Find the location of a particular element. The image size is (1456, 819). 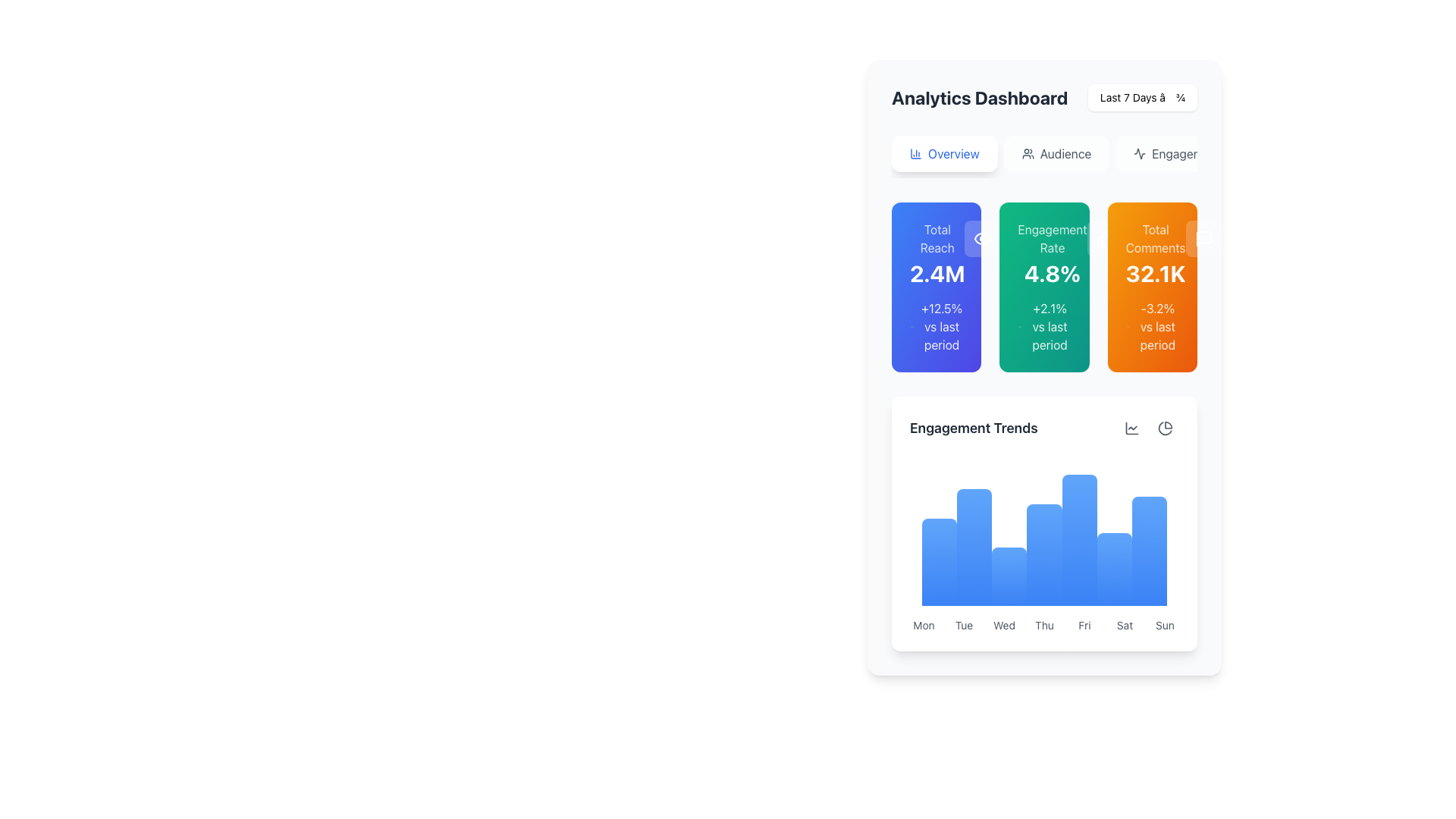

the upward-pointing chevron icon styled in light green color located to the left of the text '+12.5% vs last period' in the 'Total Reach' metric section on the dashboard is located at coordinates (911, 326).